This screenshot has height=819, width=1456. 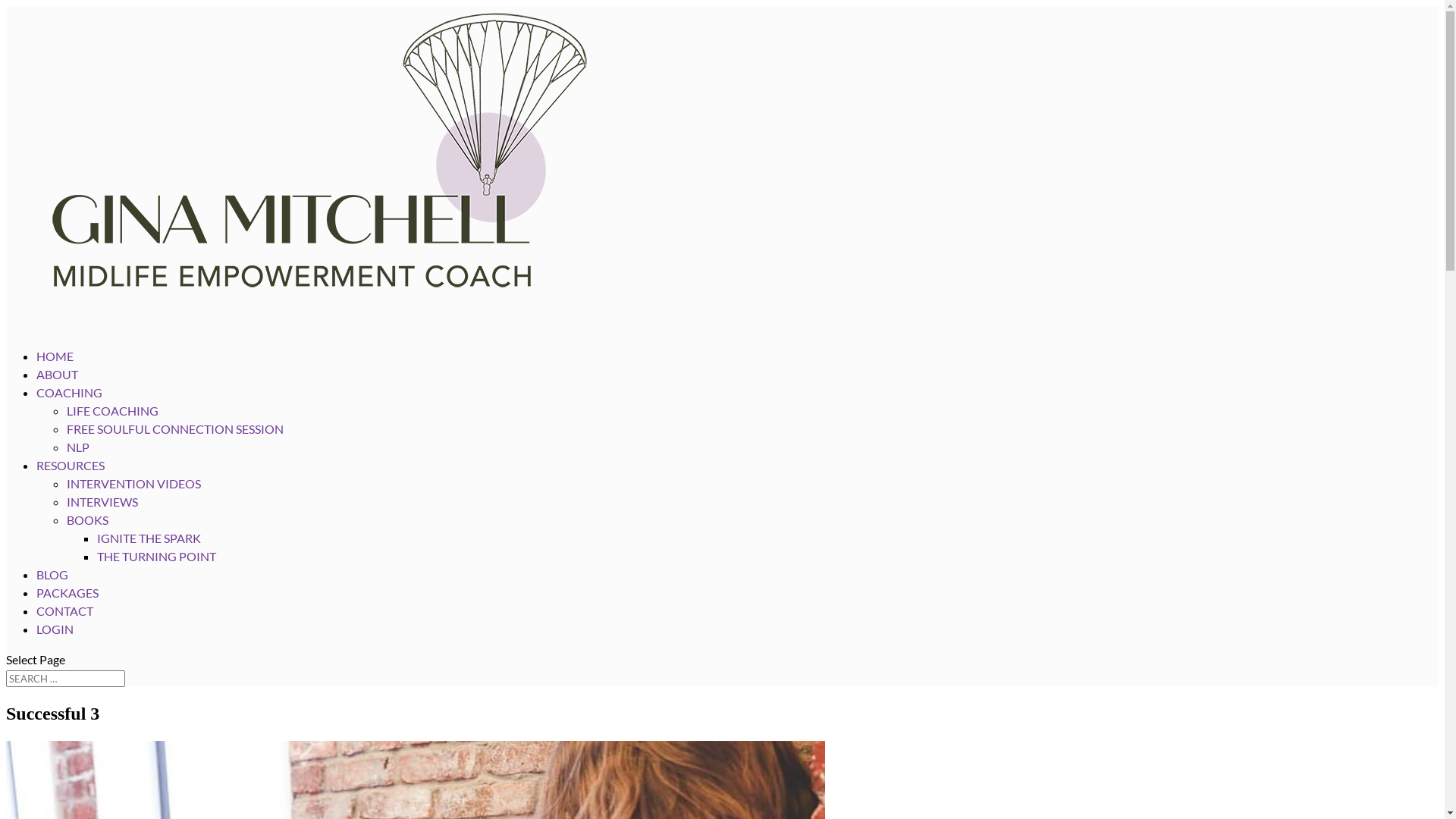 I want to click on 'CONTACT', so click(x=36, y=628).